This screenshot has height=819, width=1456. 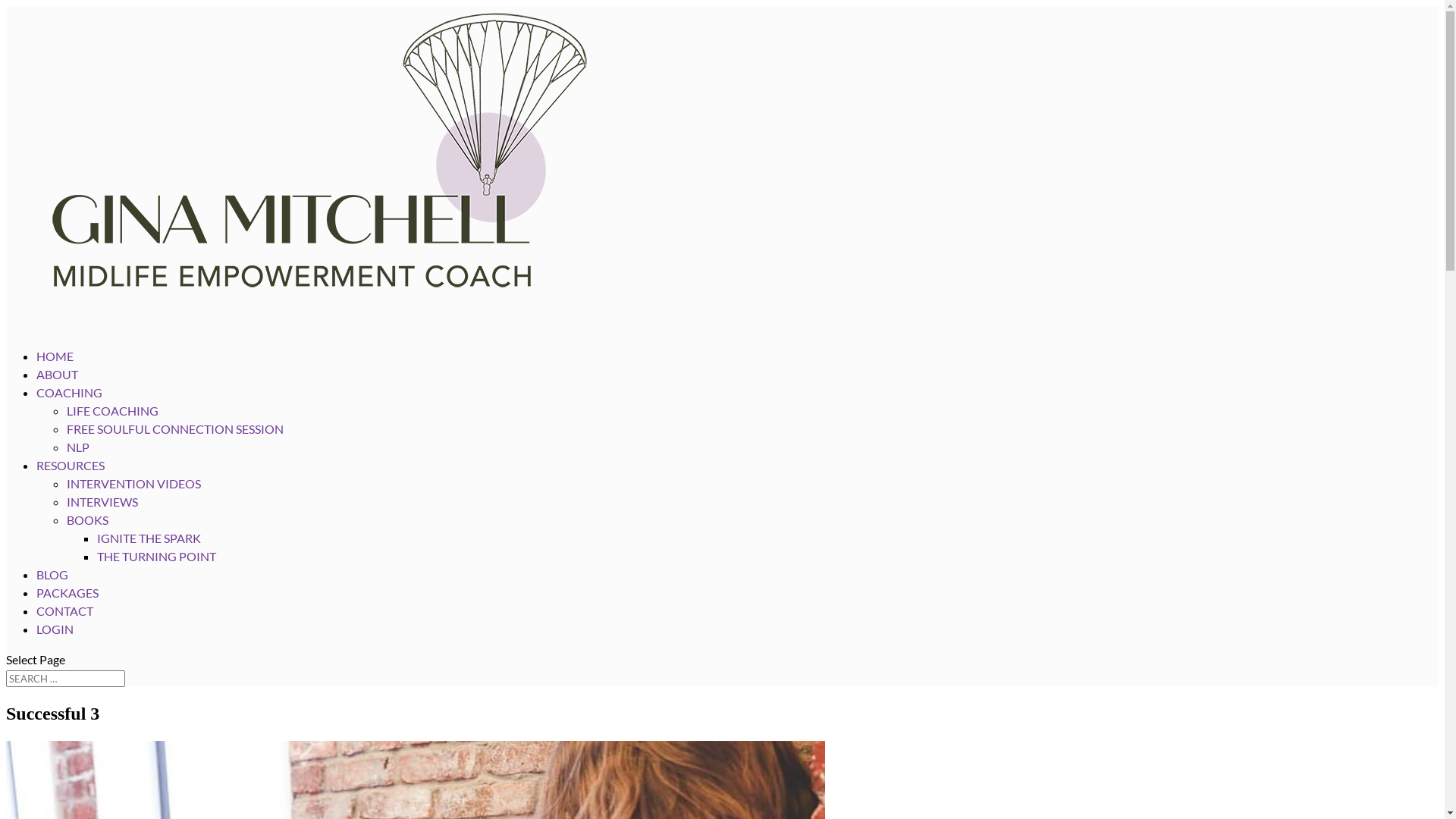 I want to click on 'CONTACT', so click(x=36, y=628).